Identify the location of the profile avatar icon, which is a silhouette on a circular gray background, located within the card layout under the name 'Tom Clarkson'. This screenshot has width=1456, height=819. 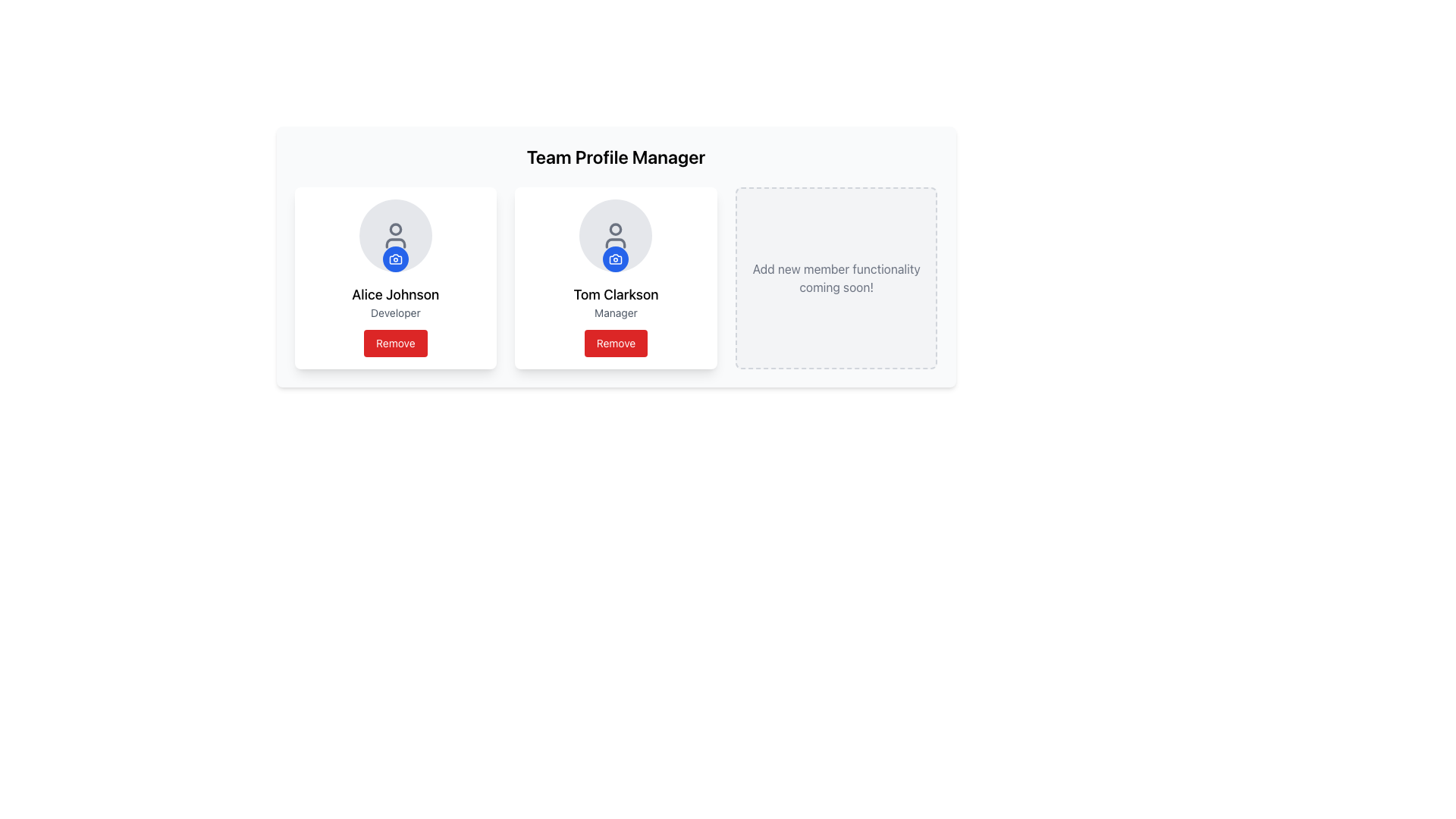
(616, 236).